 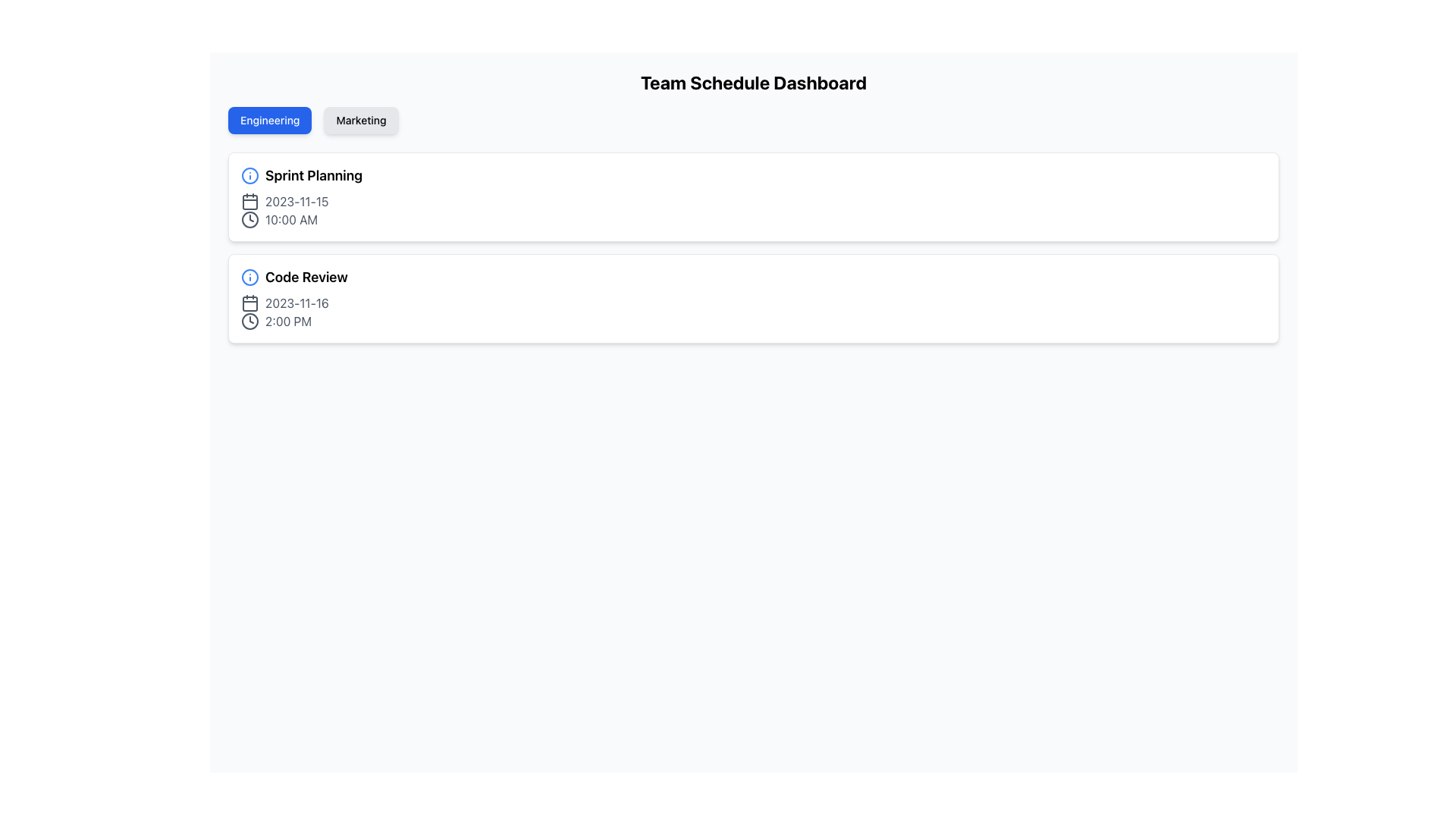 I want to click on the text label that serves as a title for an associated schedule item, located centrally within the second item of a vertically arranged list, so click(x=306, y=278).